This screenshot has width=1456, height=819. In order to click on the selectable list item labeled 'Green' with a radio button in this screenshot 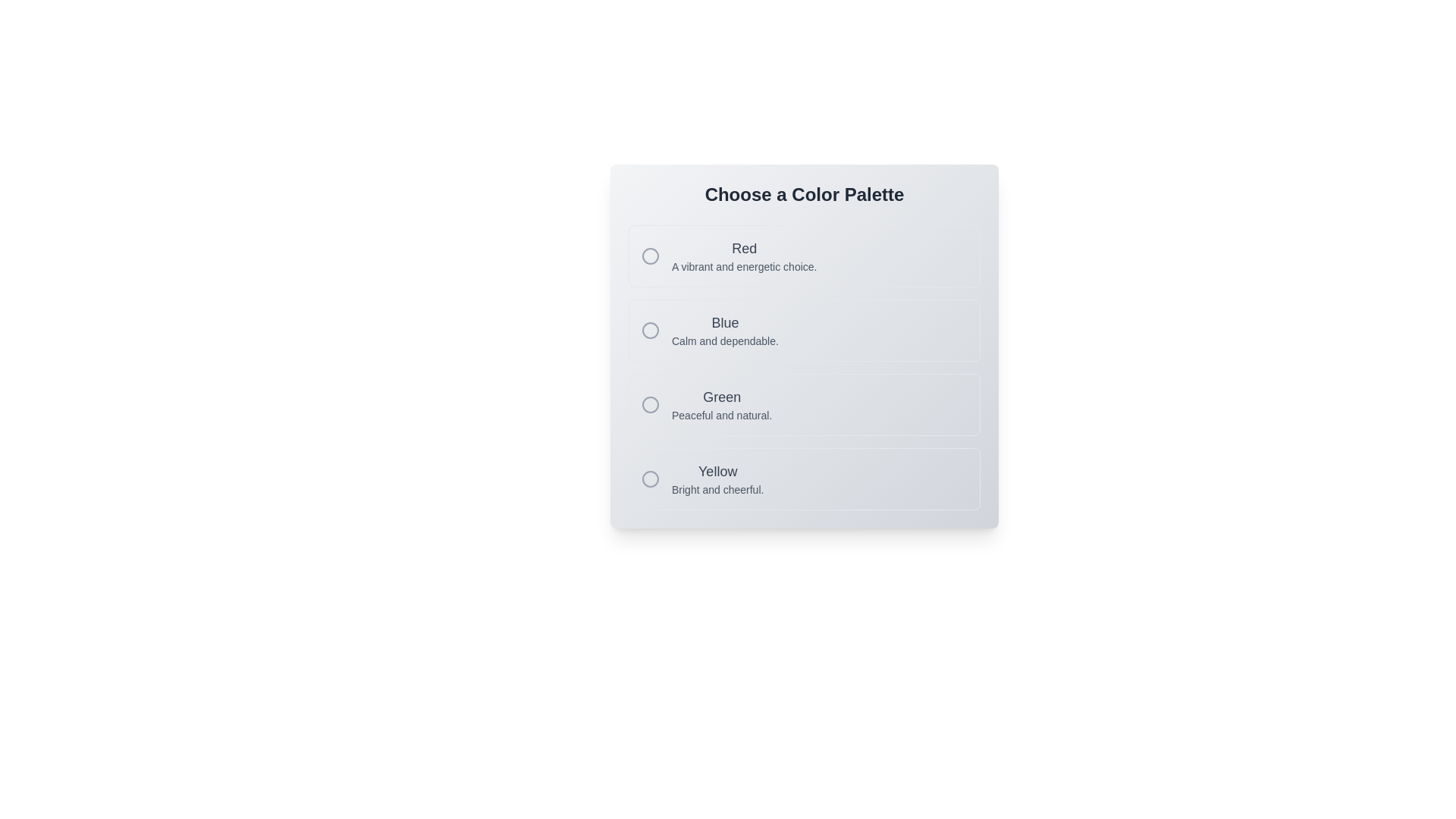, I will do `click(803, 403)`.